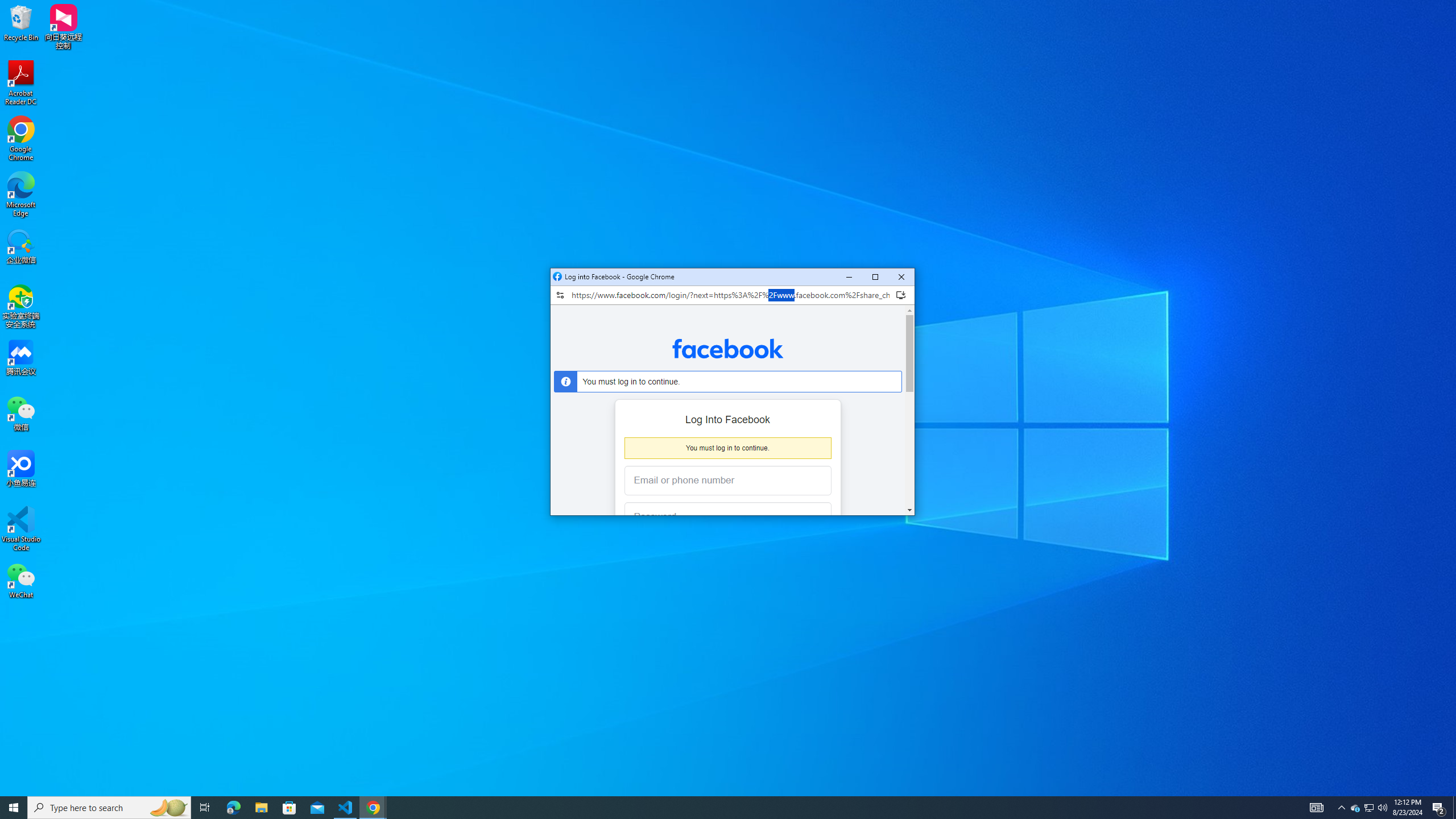 This screenshot has height=819, width=1456. Describe the element at coordinates (1368, 806) in the screenshot. I see `'AutomationID: 4105'` at that location.